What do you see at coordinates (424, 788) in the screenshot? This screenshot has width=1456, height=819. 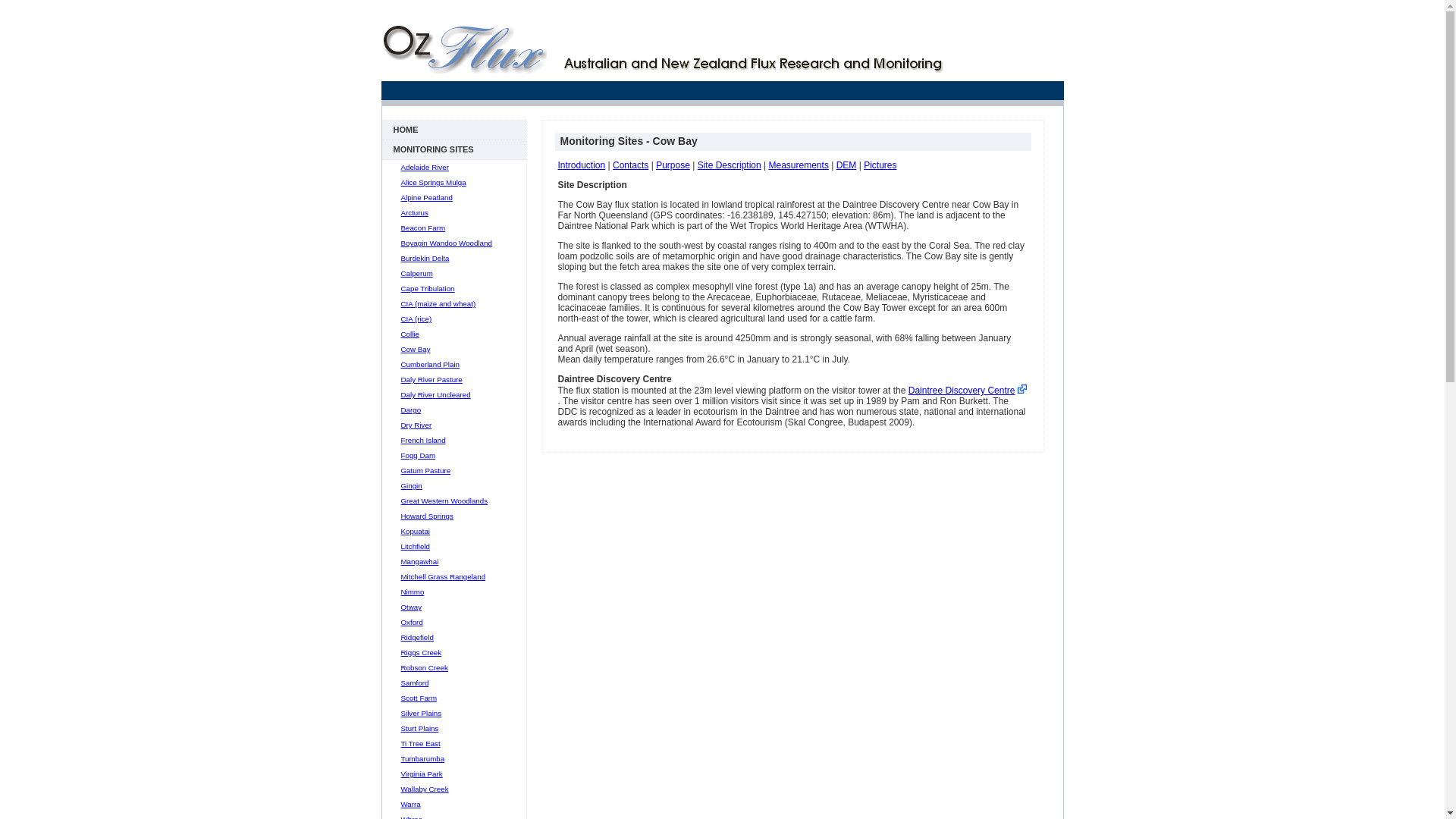 I see `'Wallaby Creek'` at bounding box center [424, 788].